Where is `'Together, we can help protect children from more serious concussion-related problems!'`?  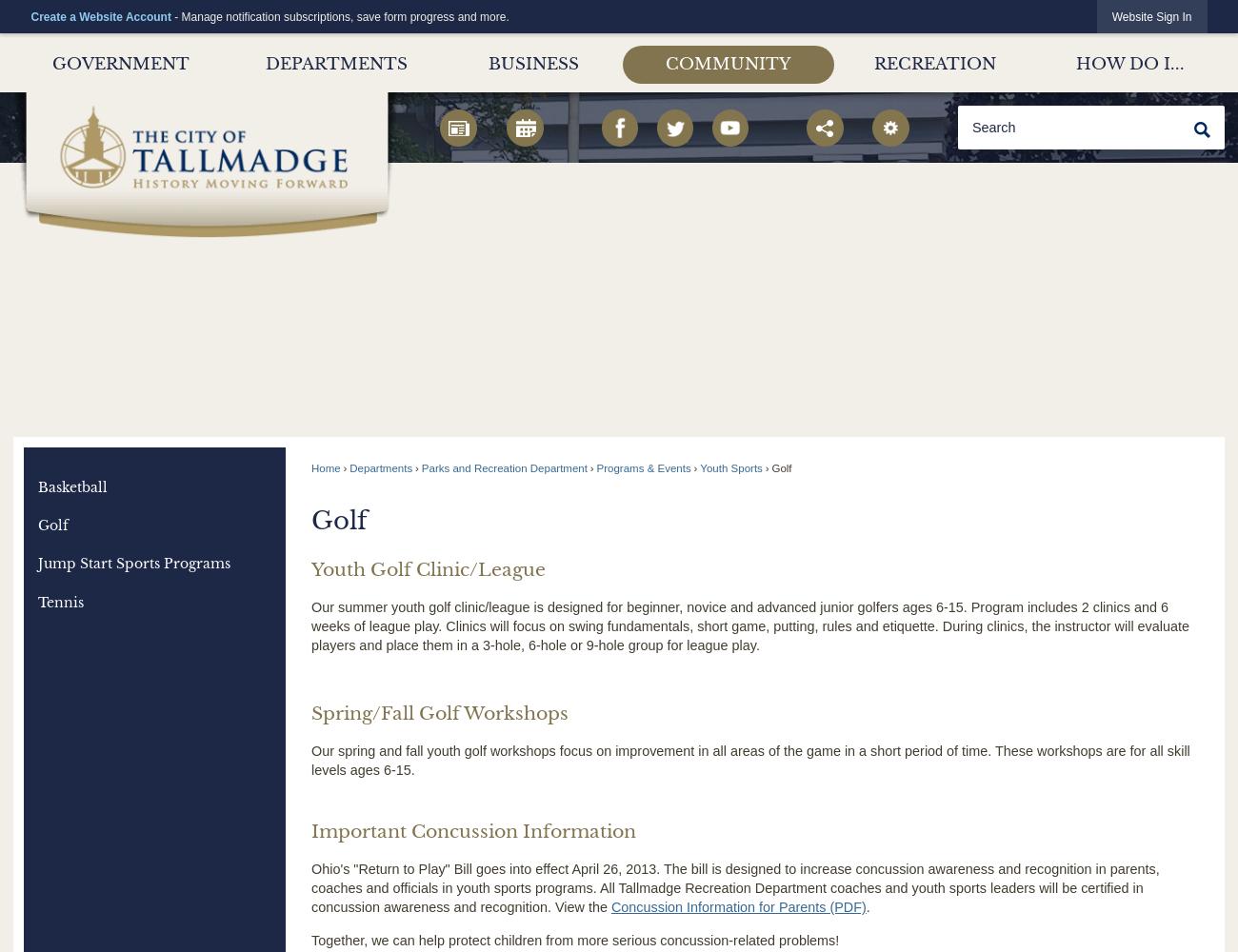
'Together, we can help protect children from more serious concussion-related problems!' is located at coordinates (574, 939).